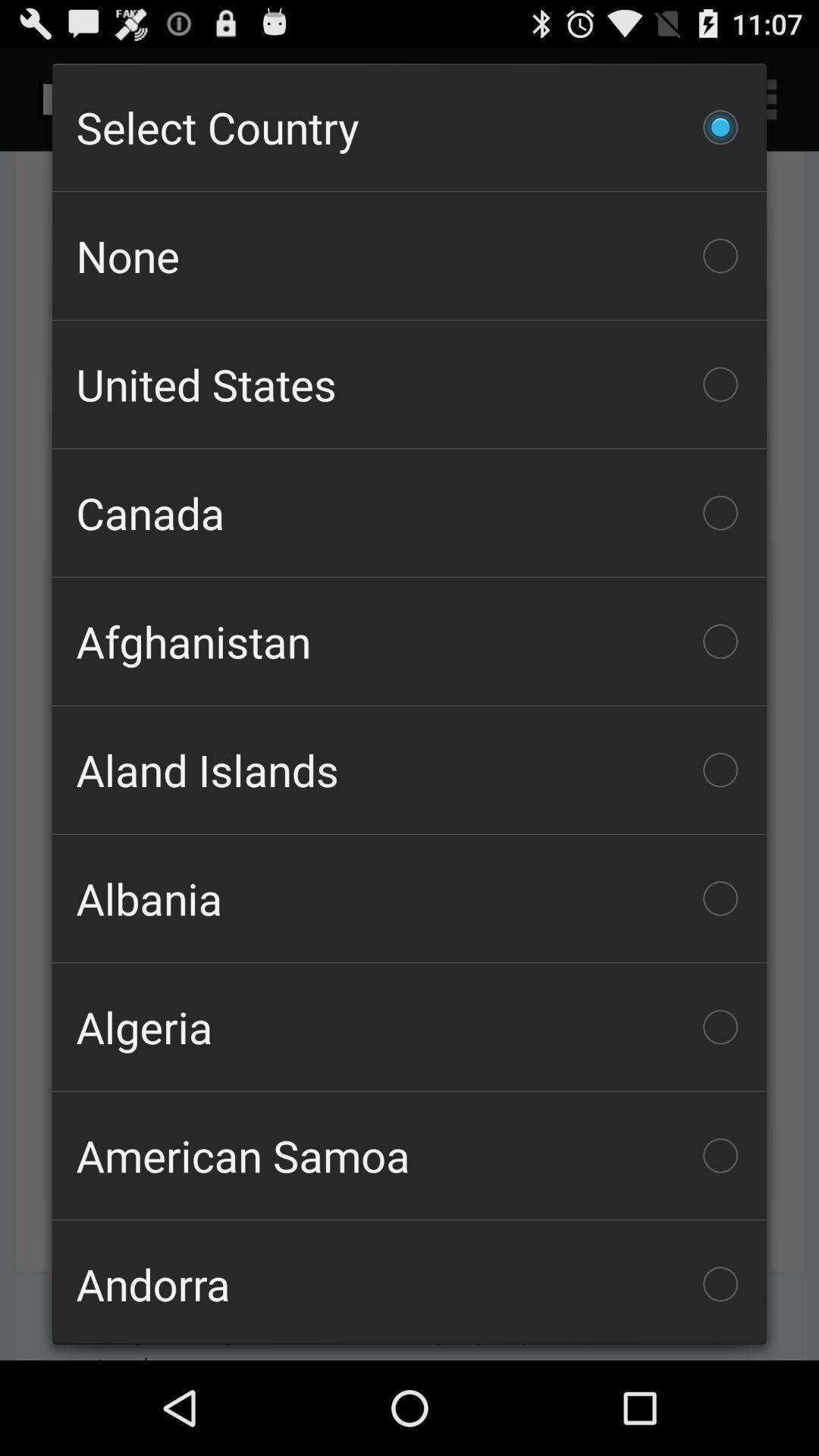 The height and width of the screenshot is (1456, 819). What do you see at coordinates (409, 1027) in the screenshot?
I see `the algeria item` at bounding box center [409, 1027].